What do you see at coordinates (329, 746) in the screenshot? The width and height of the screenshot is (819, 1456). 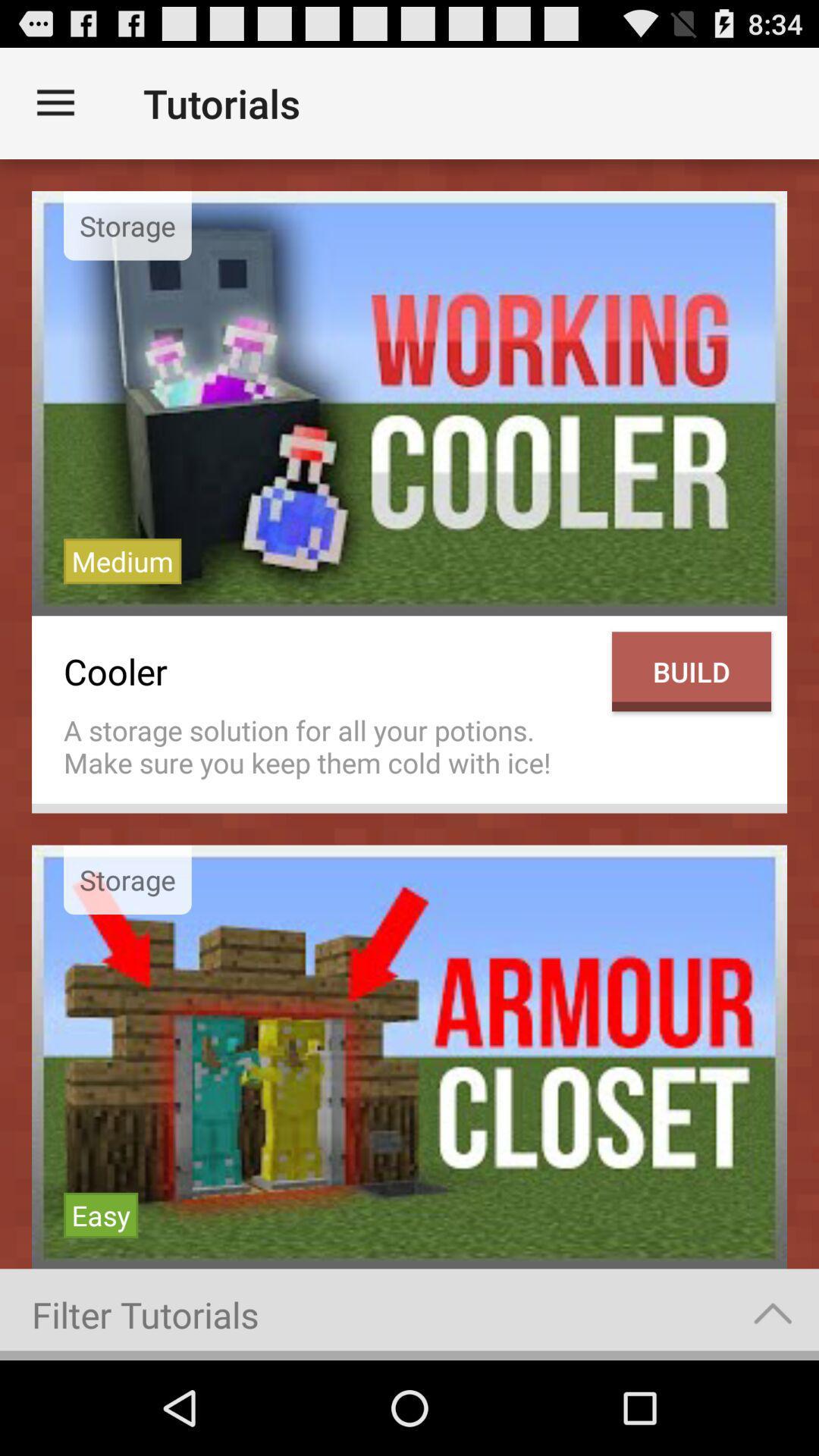 I see `a storage solution` at bounding box center [329, 746].